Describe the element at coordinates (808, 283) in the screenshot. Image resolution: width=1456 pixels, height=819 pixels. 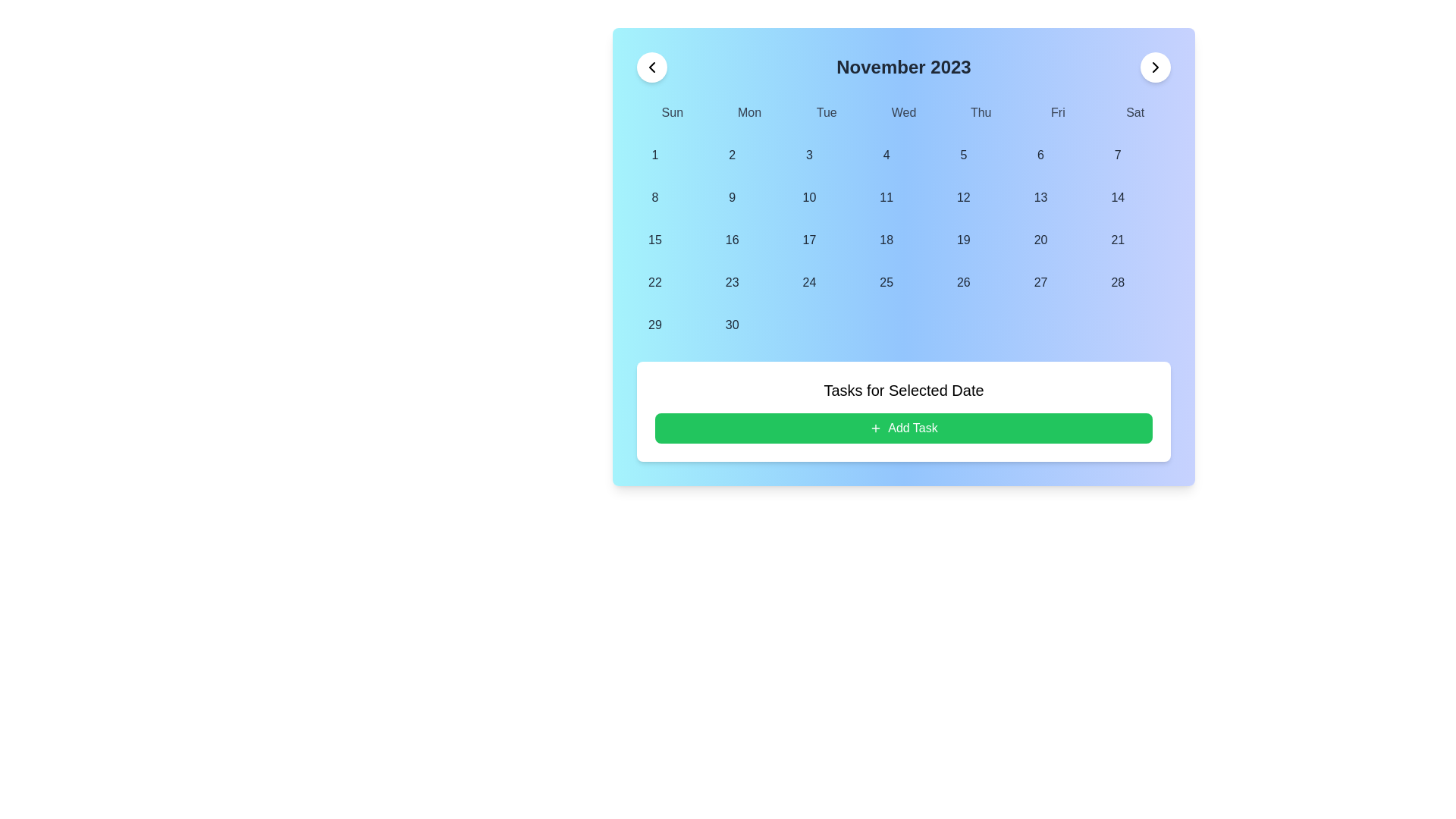
I see `the button in the calendar grid that selects the date '24'` at that location.